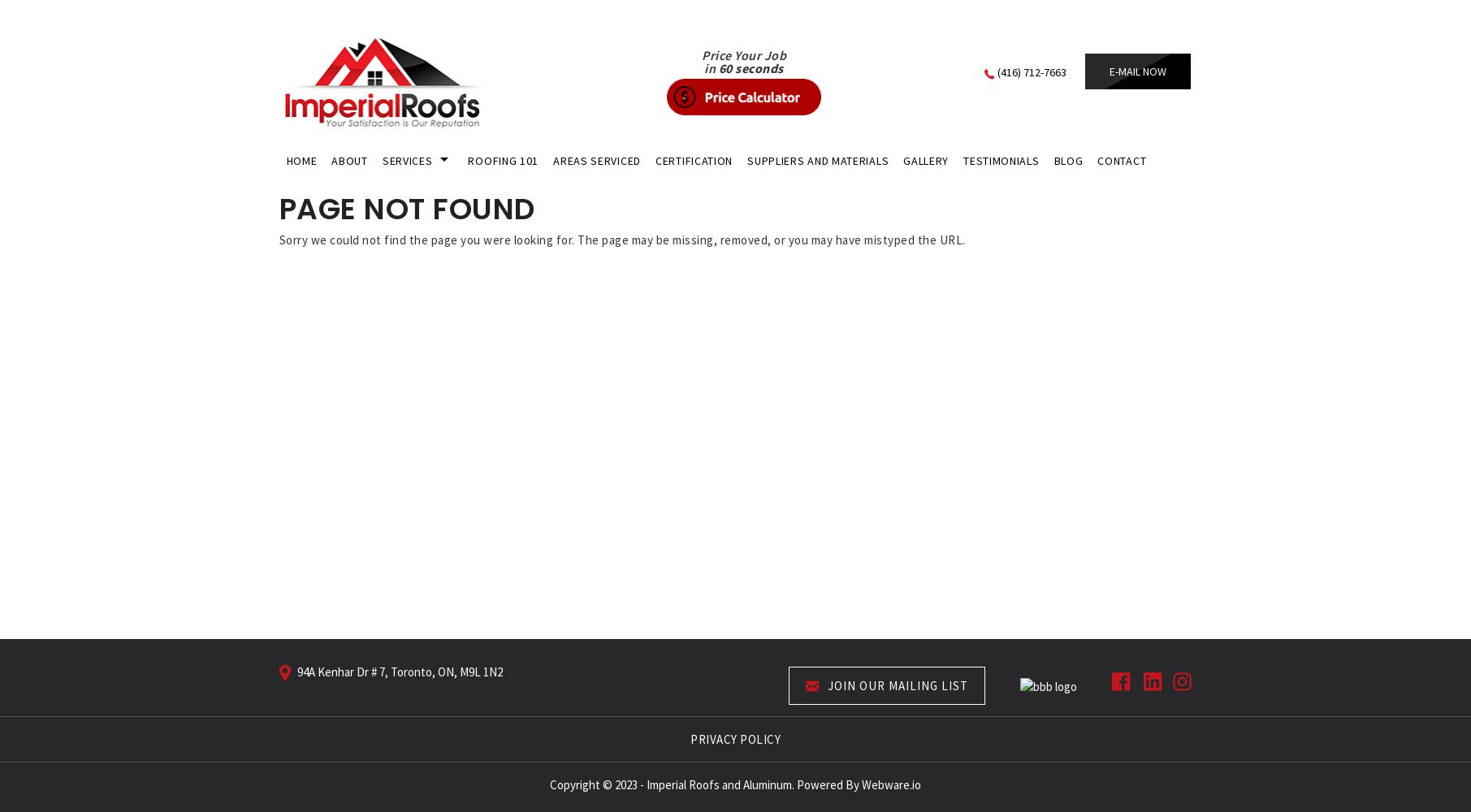  What do you see at coordinates (896, 684) in the screenshot?
I see `'Join our mailing list'` at bounding box center [896, 684].